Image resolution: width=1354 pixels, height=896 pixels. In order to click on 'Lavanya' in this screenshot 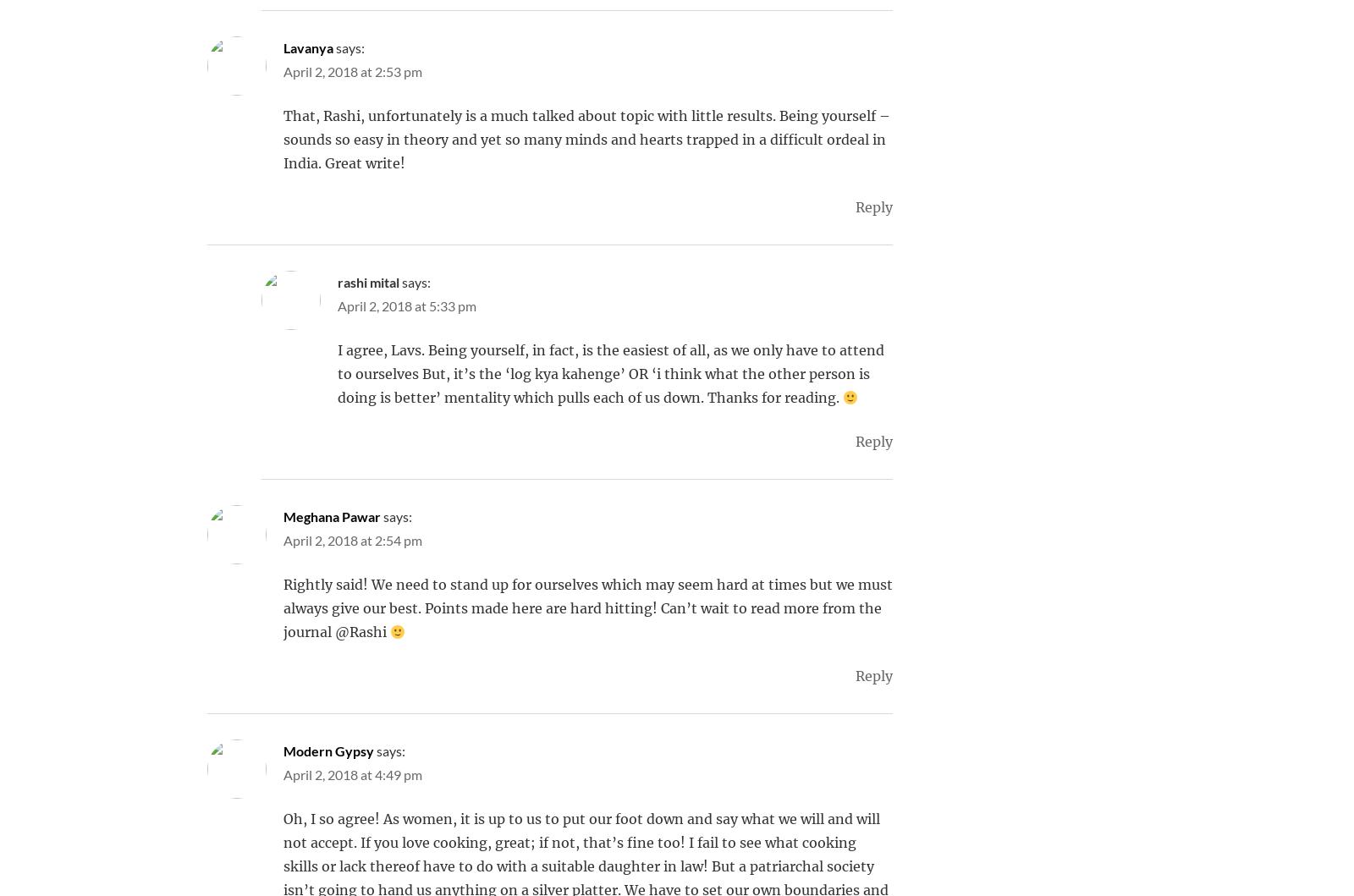, I will do `click(308, 47)`.